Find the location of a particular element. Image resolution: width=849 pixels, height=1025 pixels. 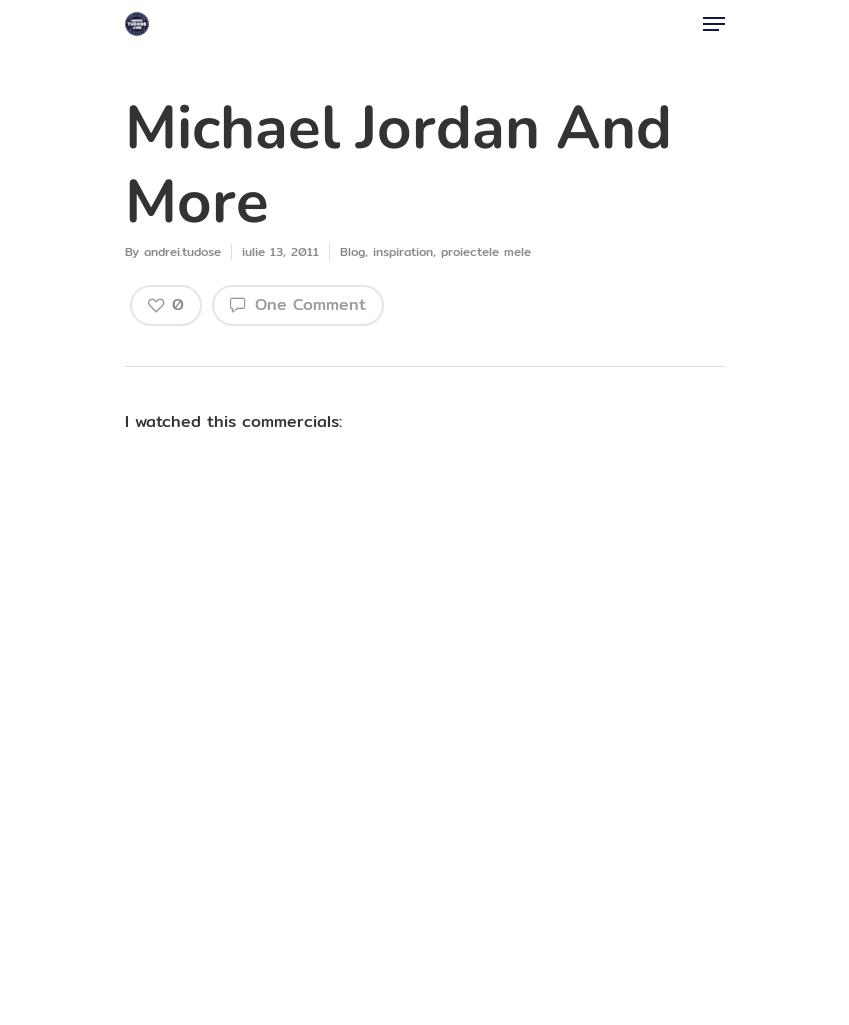

'Michael Jordan and more' is located at coordinates (396, 164).